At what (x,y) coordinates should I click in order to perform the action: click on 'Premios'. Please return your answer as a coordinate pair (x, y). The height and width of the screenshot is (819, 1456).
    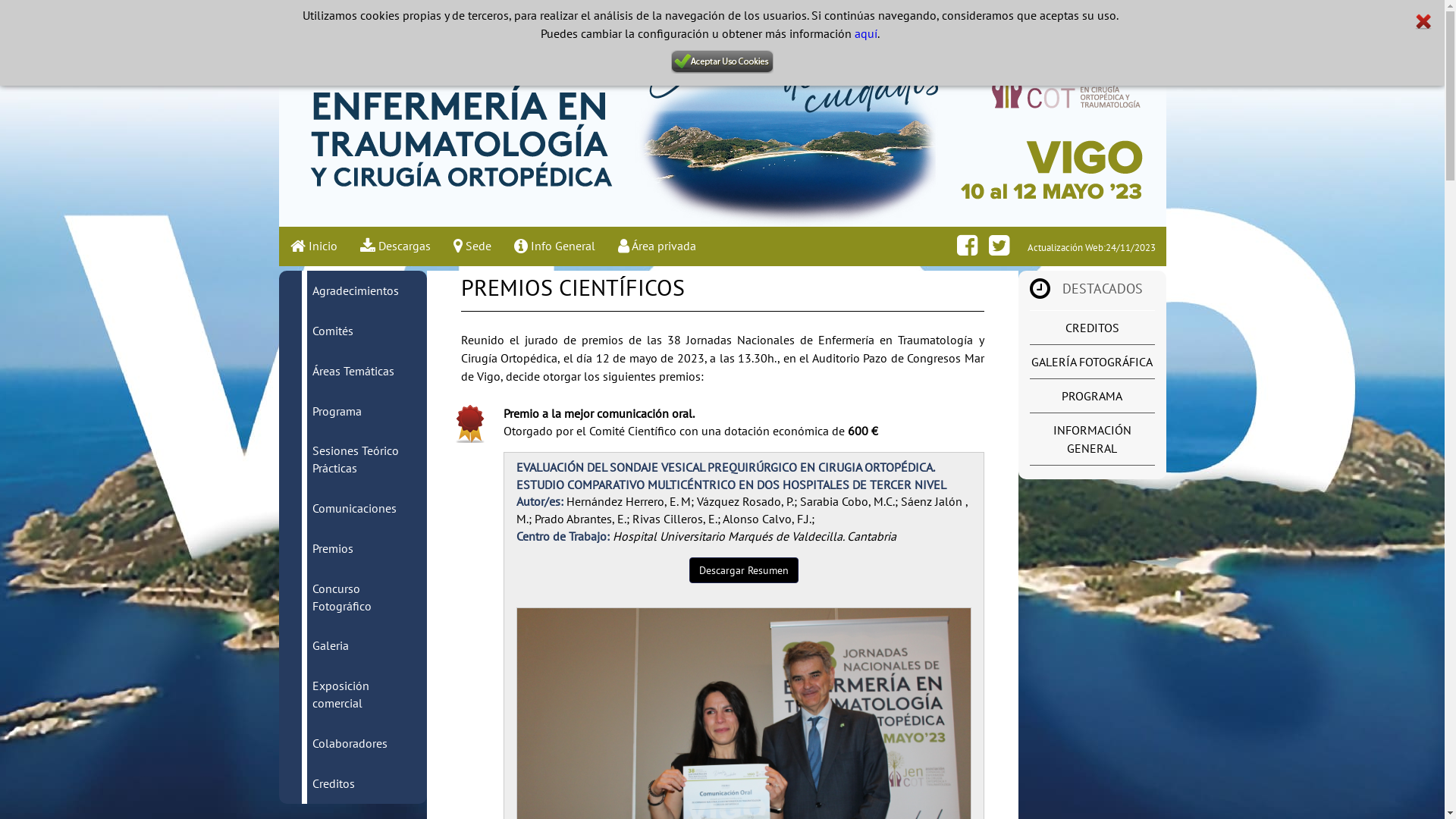
    Looking at the image, I should click on (331, 548).